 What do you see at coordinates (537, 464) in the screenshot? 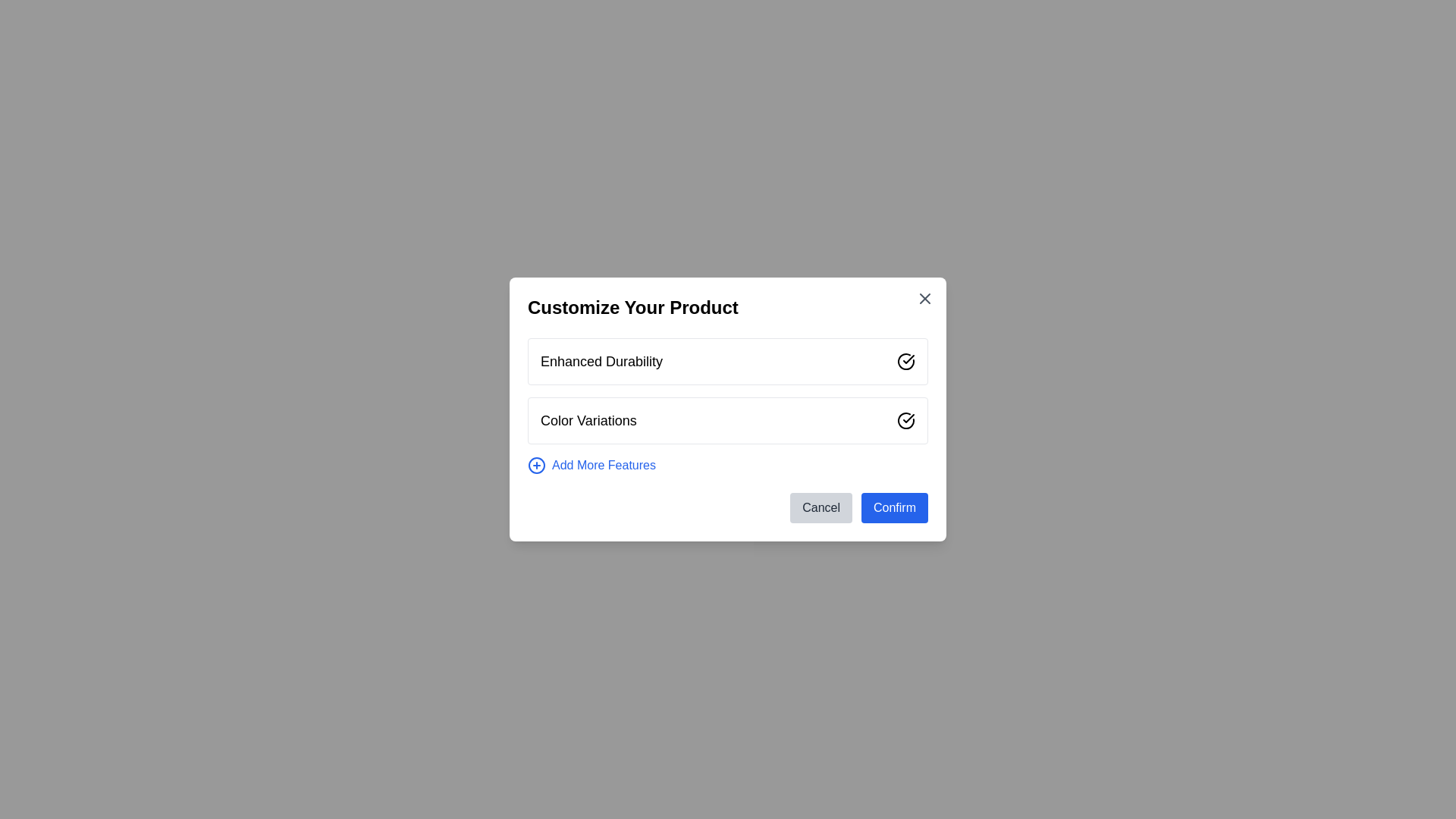
I see `the icon that visually represents the action to 'add' or 'expand' features, located to the left of the text 'Add More Features'` at bounding box center [537, 464].